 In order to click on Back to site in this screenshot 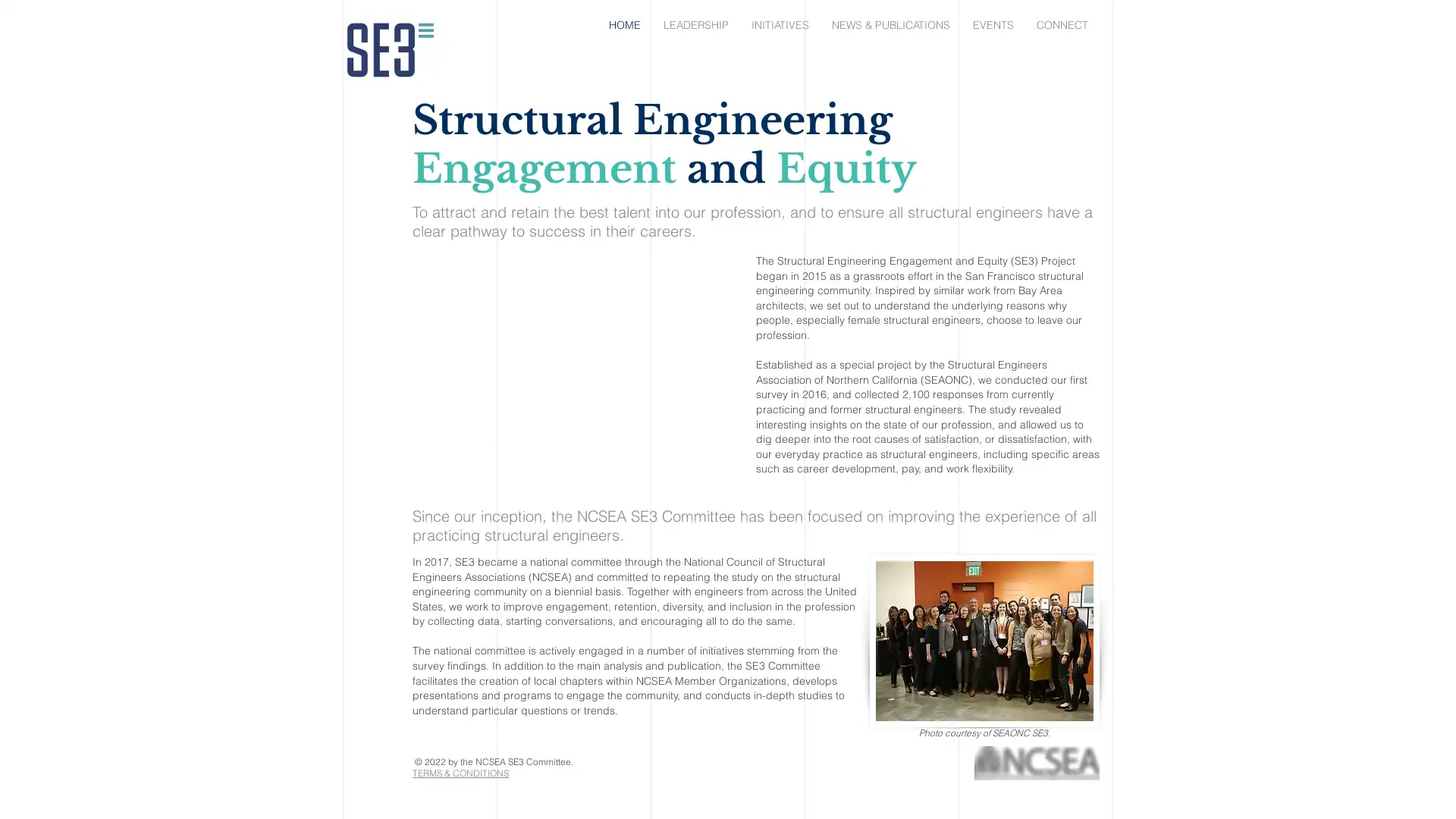, I will do `click(960, 234)`.